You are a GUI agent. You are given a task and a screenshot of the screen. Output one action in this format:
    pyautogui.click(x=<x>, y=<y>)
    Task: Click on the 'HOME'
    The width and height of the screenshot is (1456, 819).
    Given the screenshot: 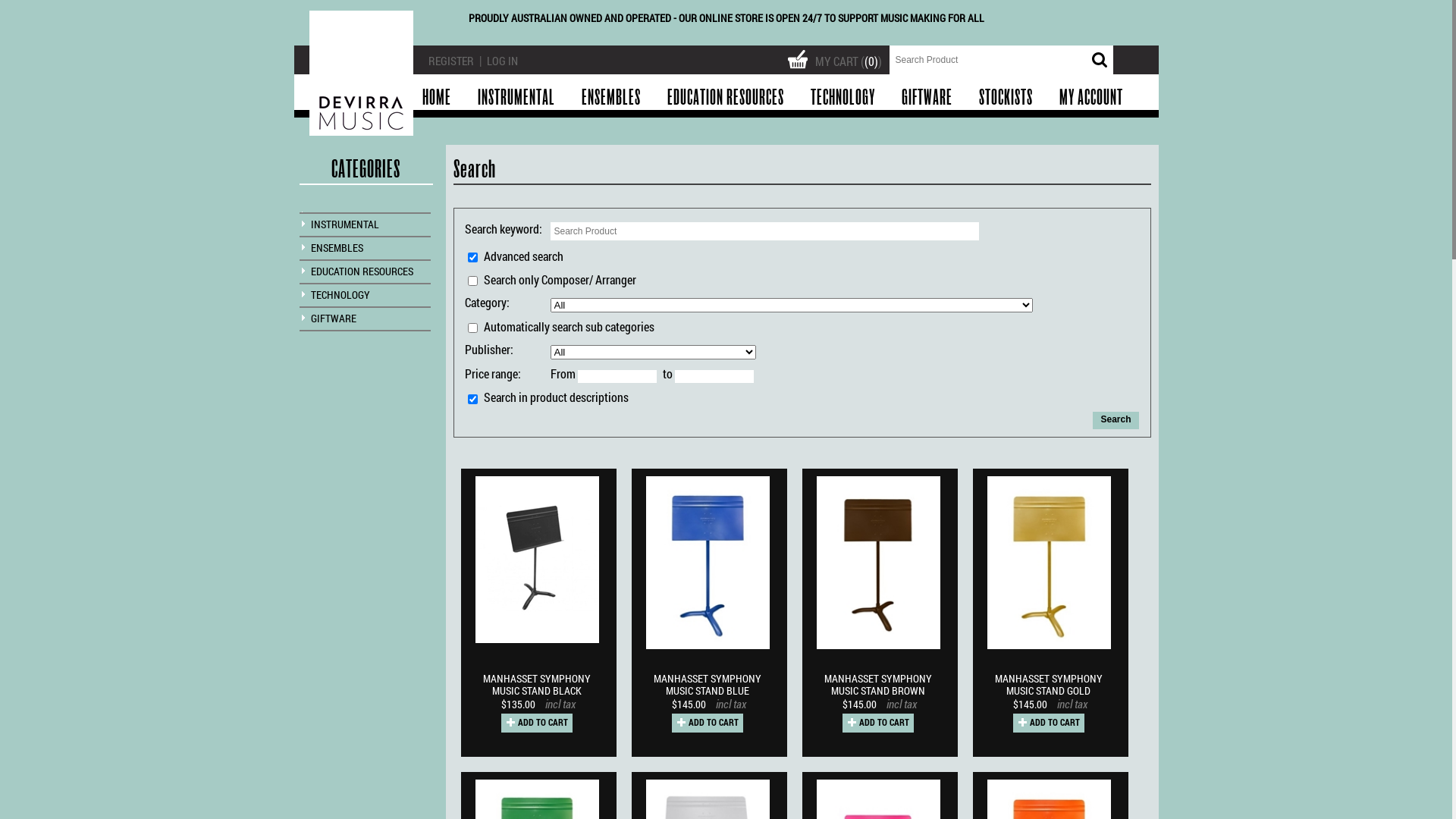 What is the action you would take?
    pyautogui.click(x=435, y=97)
    